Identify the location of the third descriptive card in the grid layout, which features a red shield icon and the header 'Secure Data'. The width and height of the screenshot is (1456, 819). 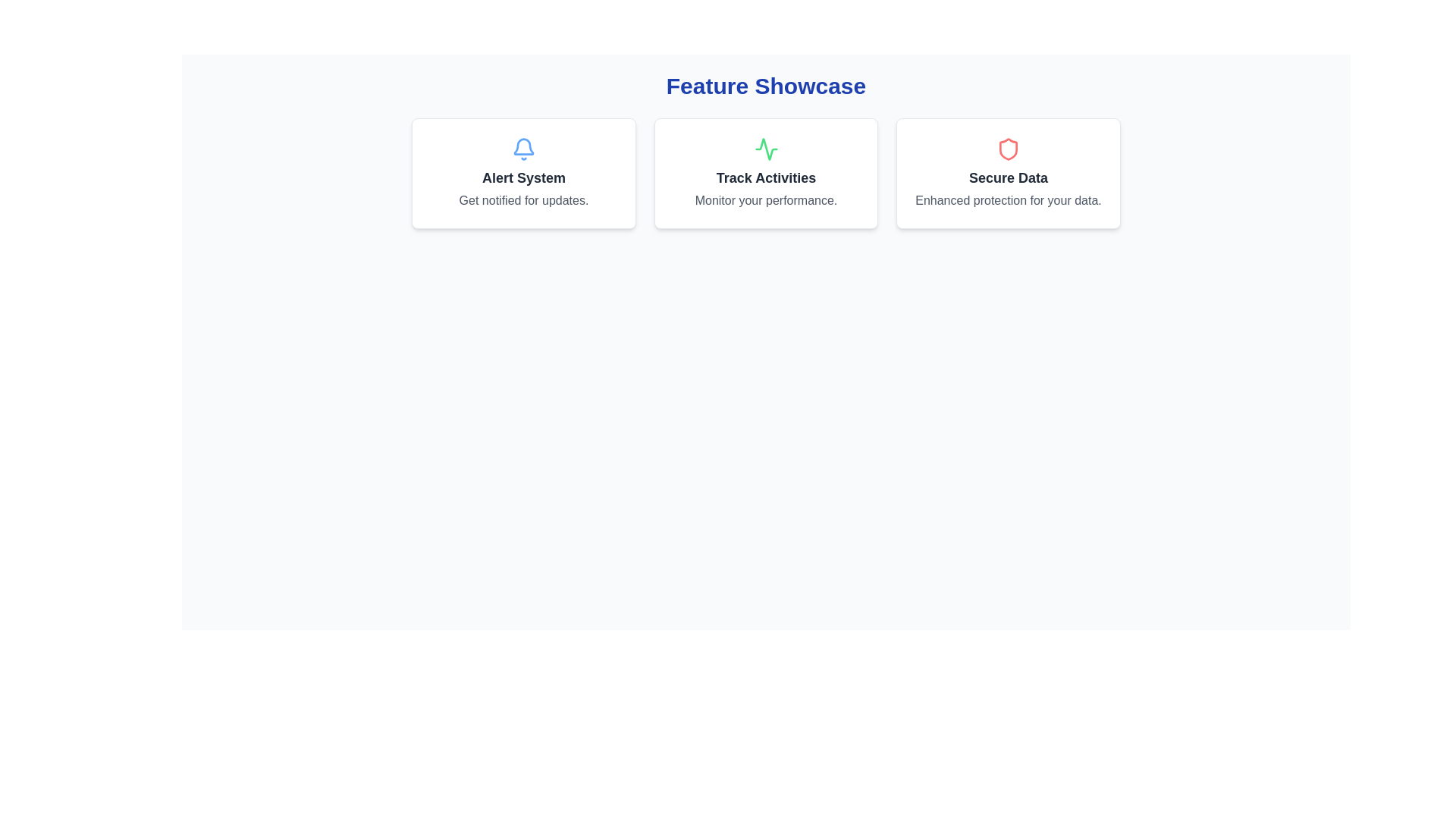
(1008, 172).